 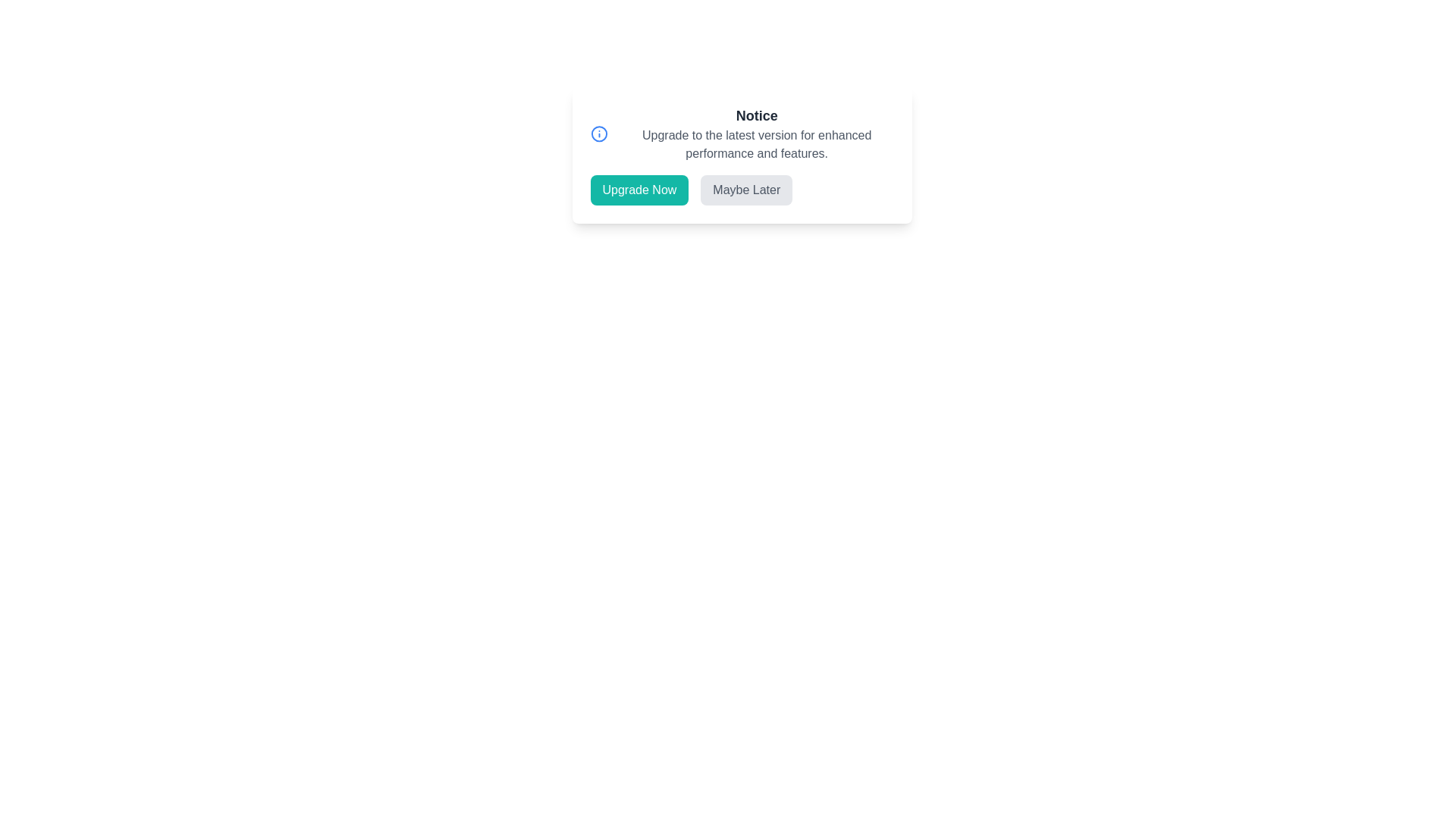 I want to click on the header label located centrally at the top of the card interface, which draws attention to the notification about upgrading to the latest version, so click(x=757, y=115).